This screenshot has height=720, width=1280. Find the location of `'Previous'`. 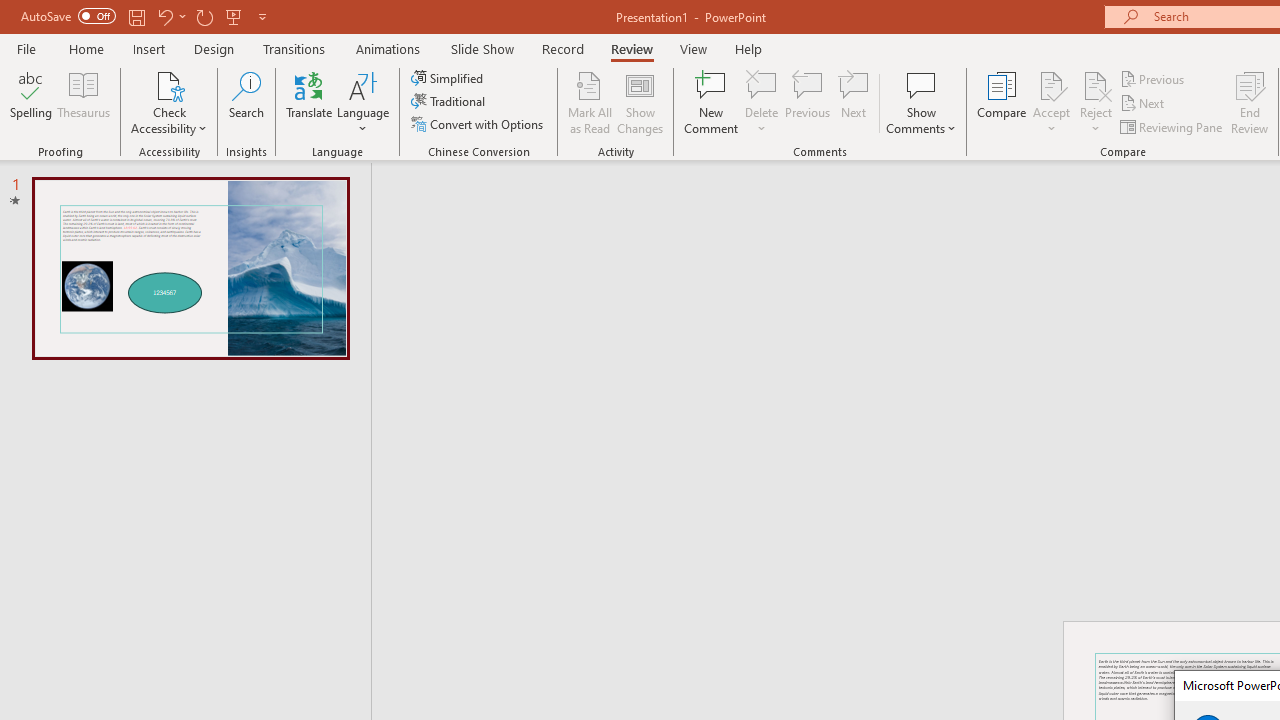

'Previous' is located at coordinates (1153, 78).